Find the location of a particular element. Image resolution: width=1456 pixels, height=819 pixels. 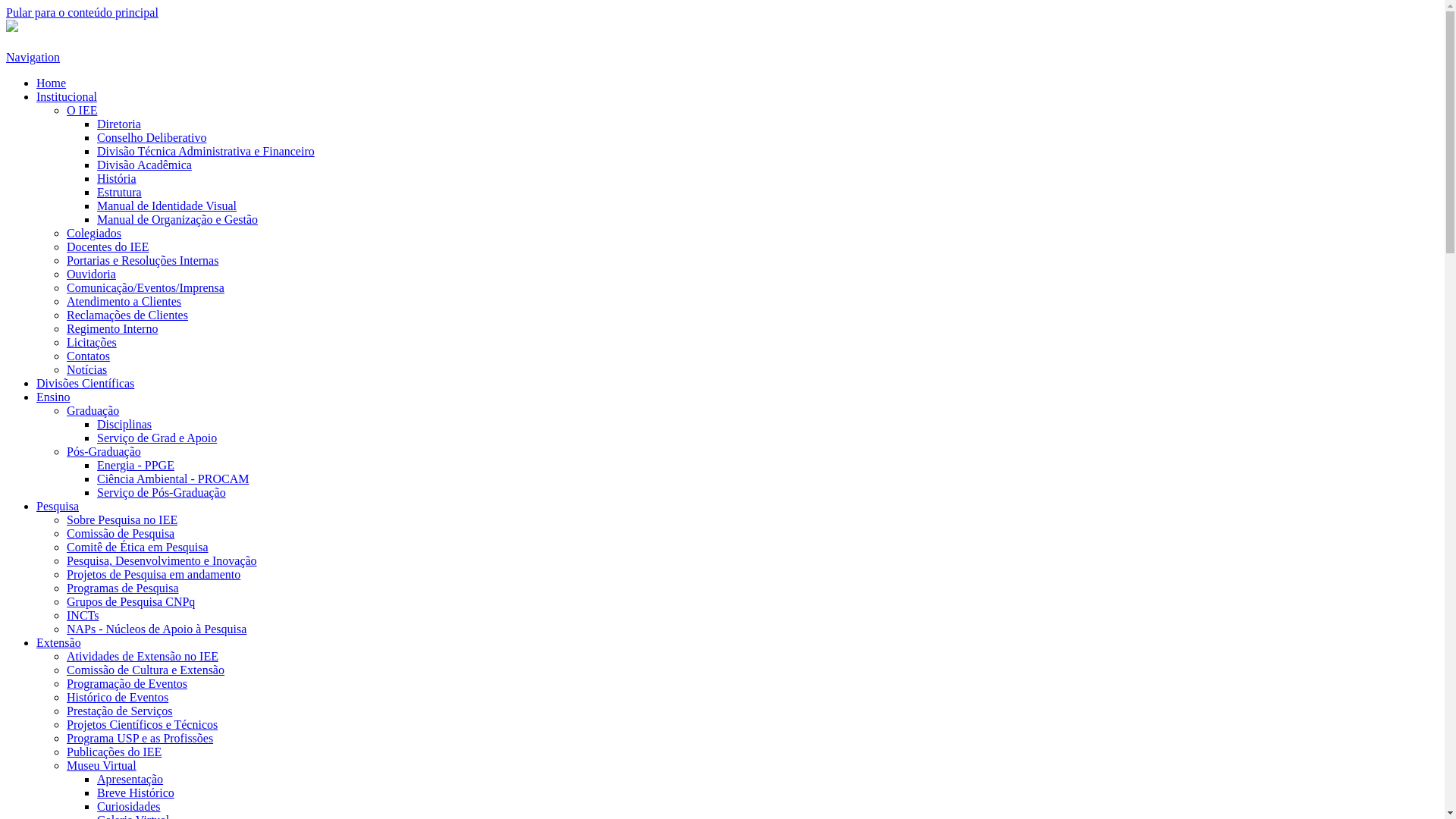

'Ensino' is located at coordinates (36, 396).